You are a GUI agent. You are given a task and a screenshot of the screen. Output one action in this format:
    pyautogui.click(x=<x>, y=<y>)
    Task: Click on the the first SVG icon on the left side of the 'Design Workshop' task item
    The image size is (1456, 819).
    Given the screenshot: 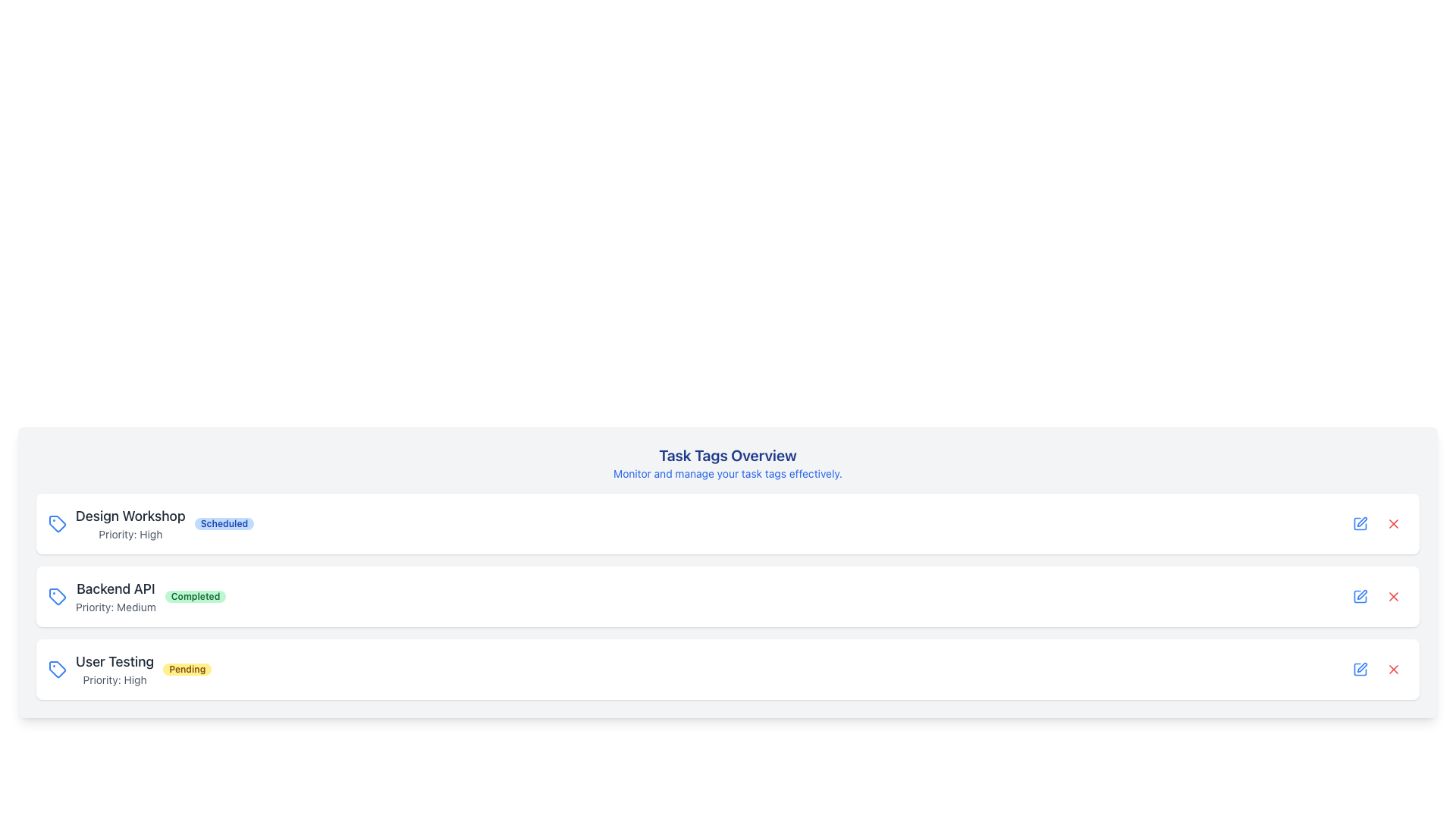 What is the action you would take?
    pyautogui.click(x=58, y=522)
    